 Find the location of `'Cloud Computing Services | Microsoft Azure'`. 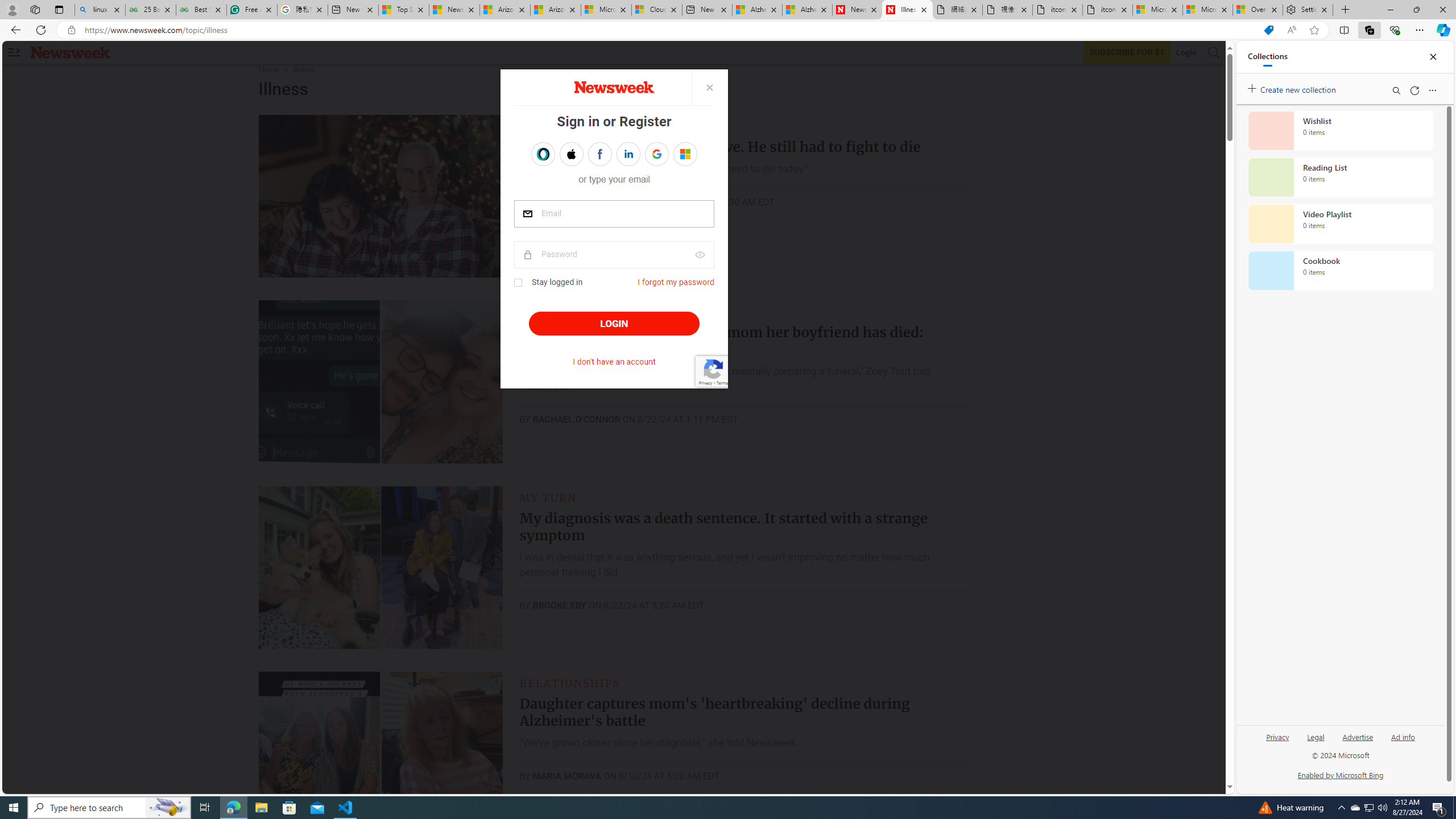

'Cloud Computing Services | Microsoft Azure' is located at coordinates (656, 9).